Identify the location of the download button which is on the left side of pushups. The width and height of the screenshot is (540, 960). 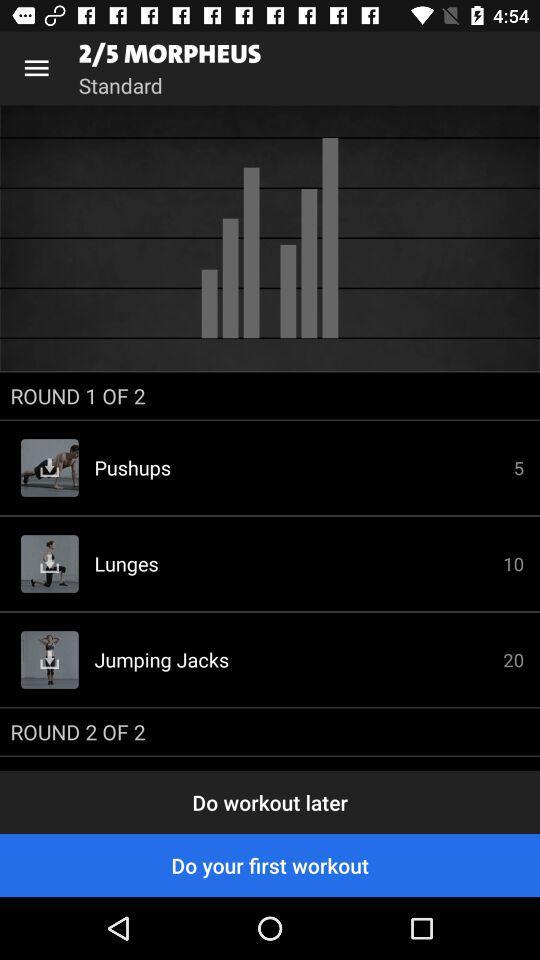
(50, 468).